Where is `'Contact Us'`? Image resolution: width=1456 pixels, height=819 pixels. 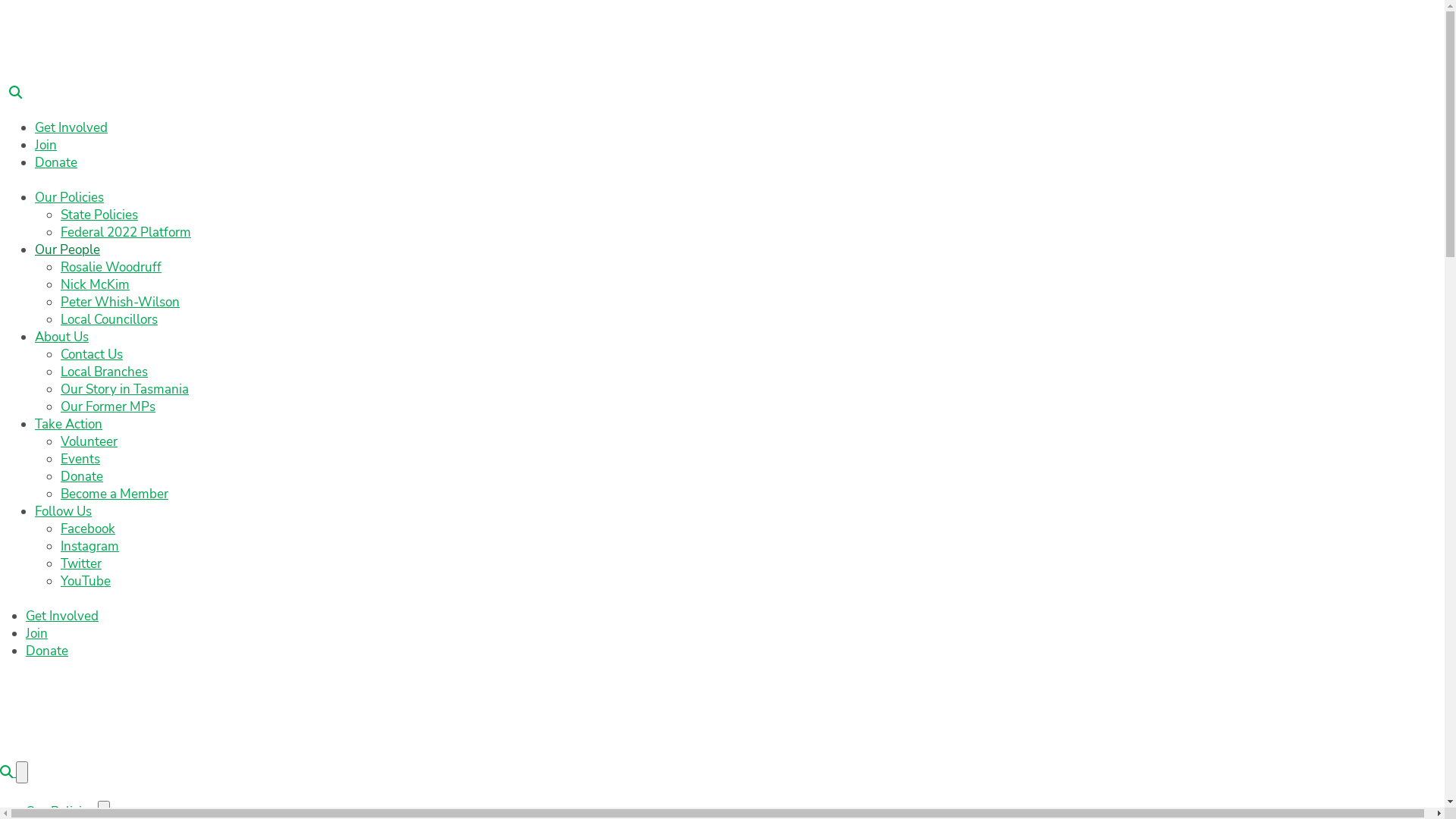 'Contact Us' is located at coordinates (61, 354).